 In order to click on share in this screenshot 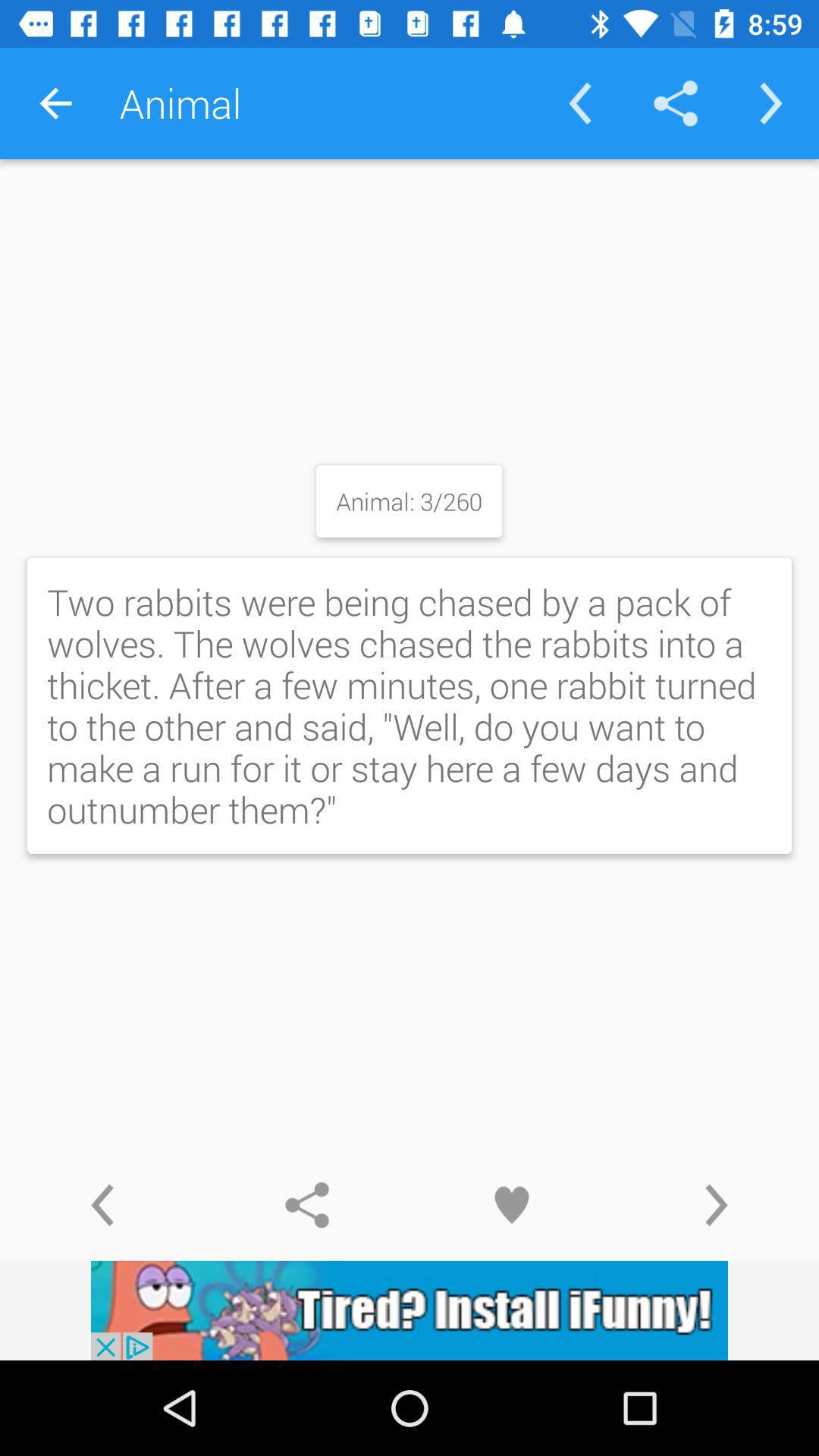, I will do `click(307, 1204)`.